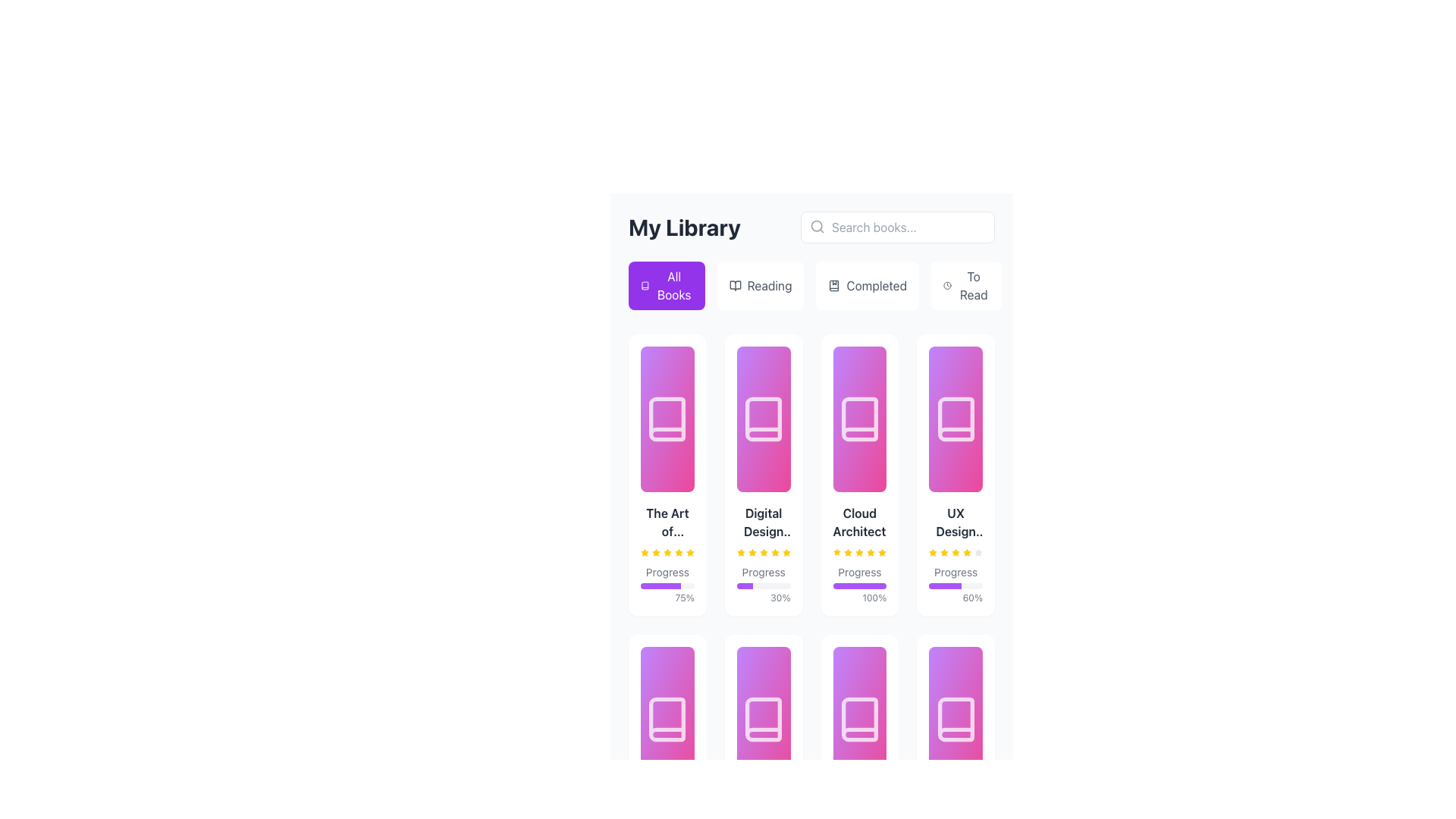 This screenshot has height=819, width=1456. Describe the element at coordinates (764, 553) in the screenshot. I see `the fourth star icon in the rating system located beneath the title 'Digital Design' to interact with it` at that location.